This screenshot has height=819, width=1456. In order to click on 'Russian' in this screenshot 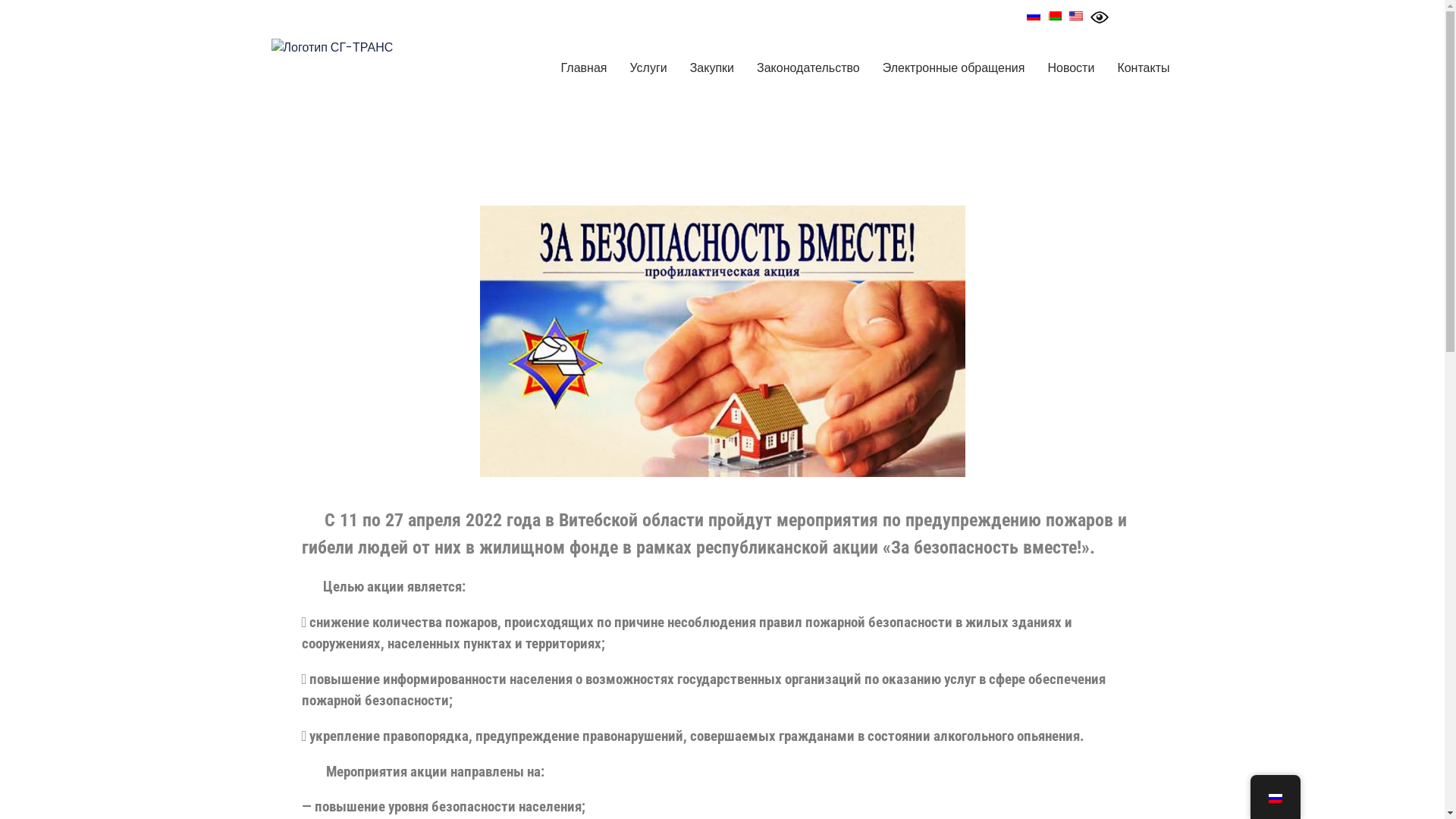, I will do `click(1026, 15)`.